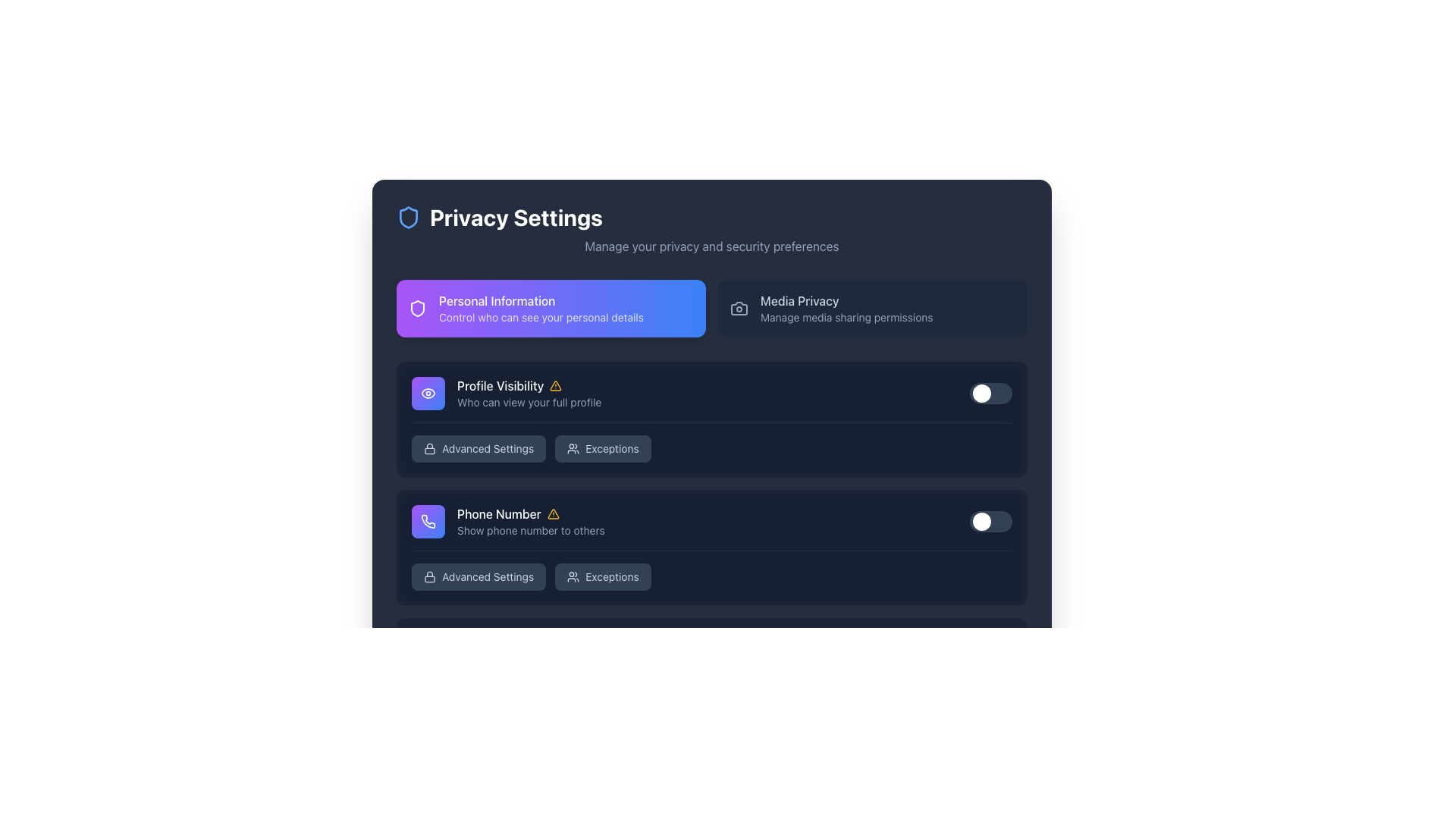 This screenshot has height=819, width=1456. What do you see at coordinates (428, 520) in the screenshot?
I see `the phone-related settings icon located near the 'Phone Number' label in the privacy settings interface` at bounding box center [428, 520].